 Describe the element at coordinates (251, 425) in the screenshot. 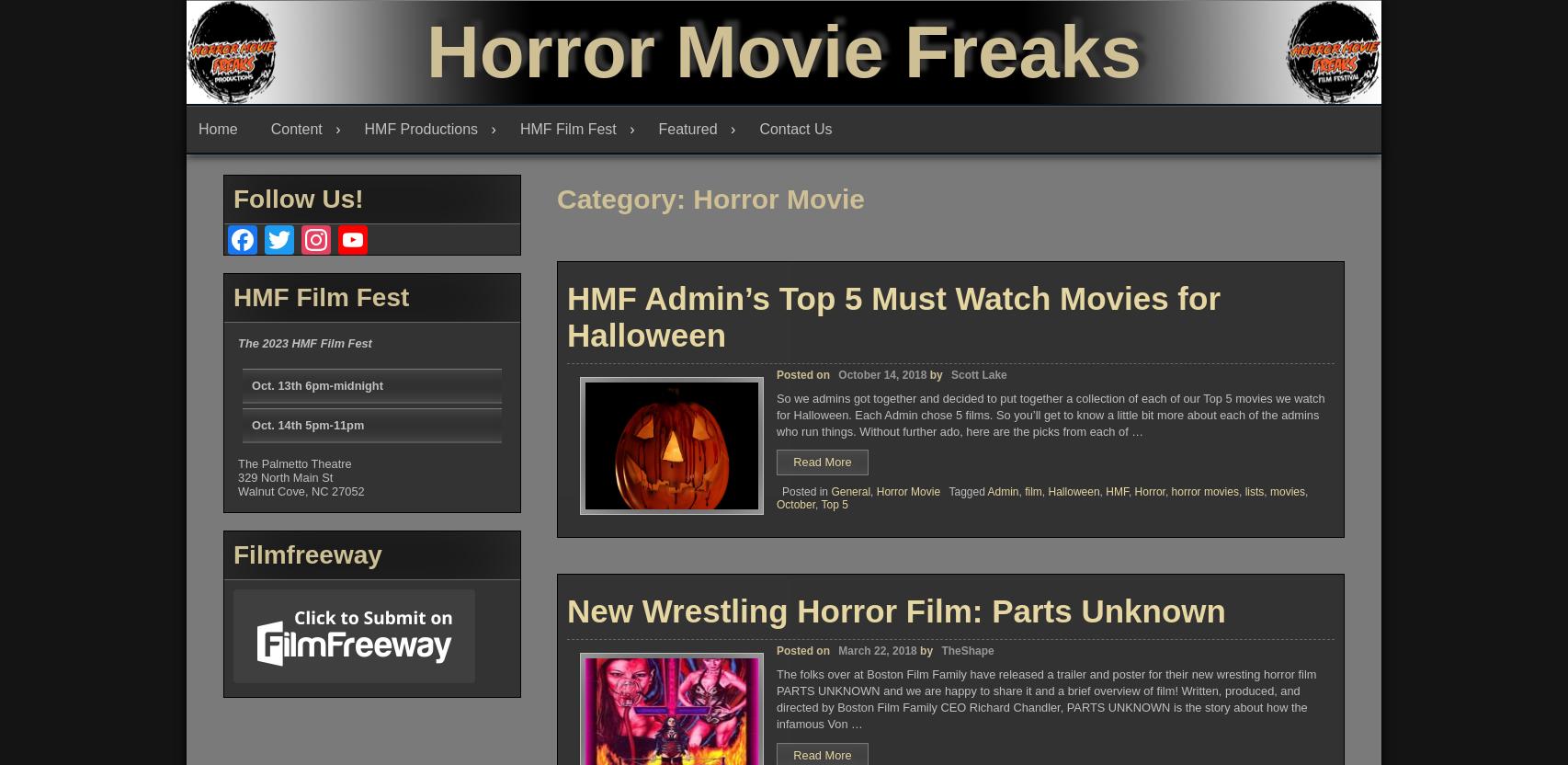

I see `'Oct. 14th 5pm-11pm'` at that location.